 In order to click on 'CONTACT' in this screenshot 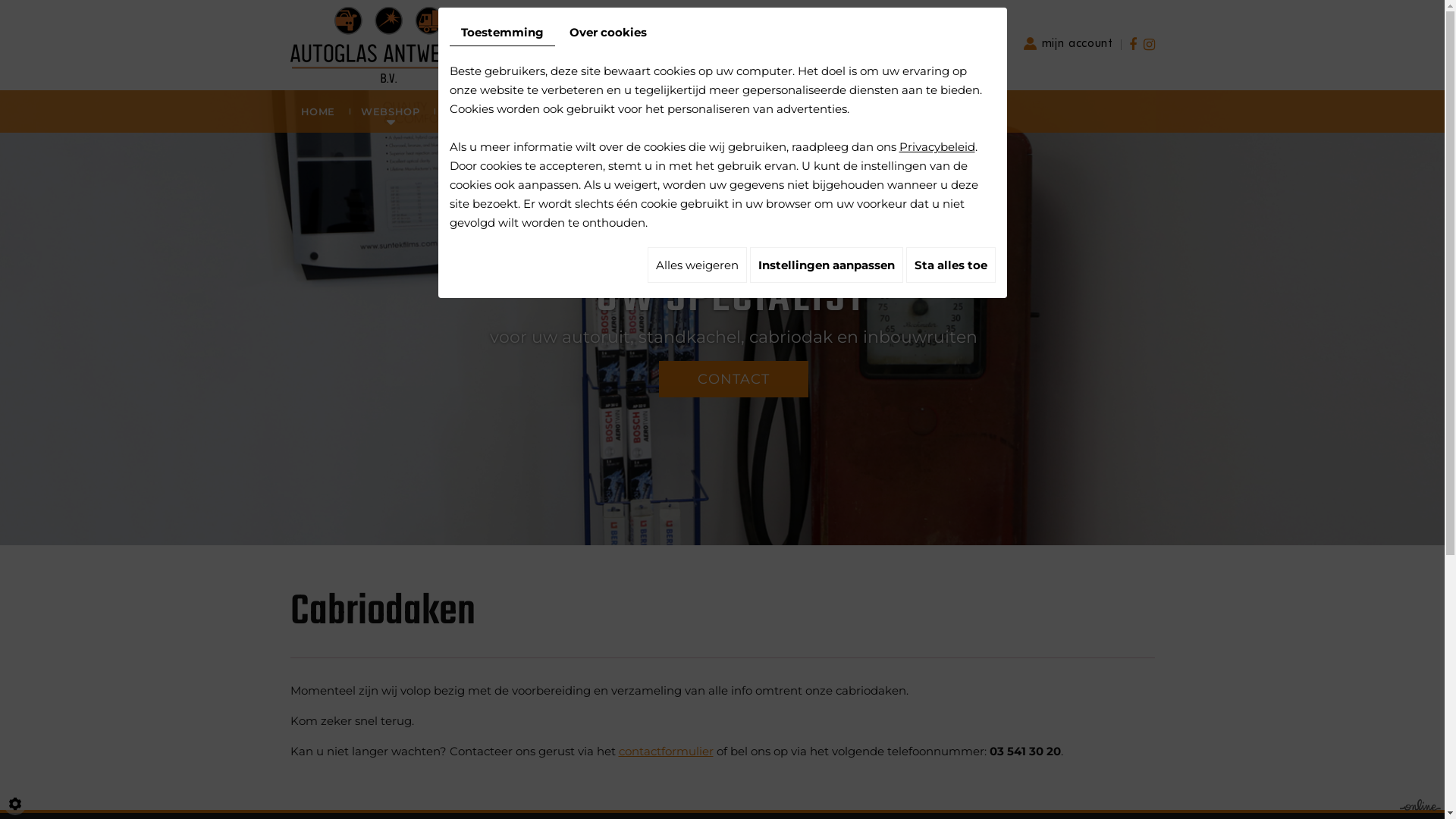, I will do `click(658, 378)`.